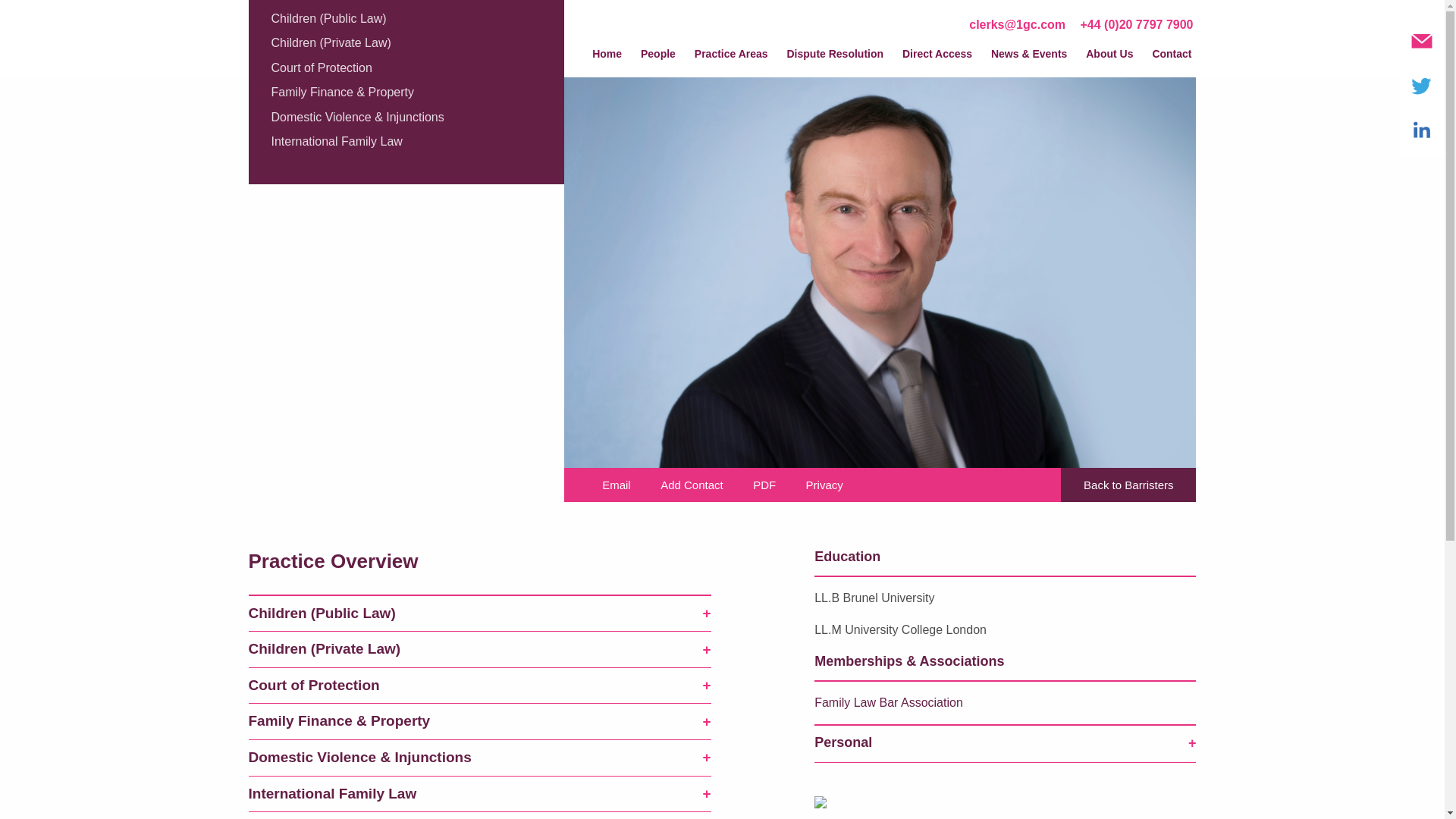 The height and width of the screenshot is (819, 1456). I want to click on 'Home', so click(607, 58).